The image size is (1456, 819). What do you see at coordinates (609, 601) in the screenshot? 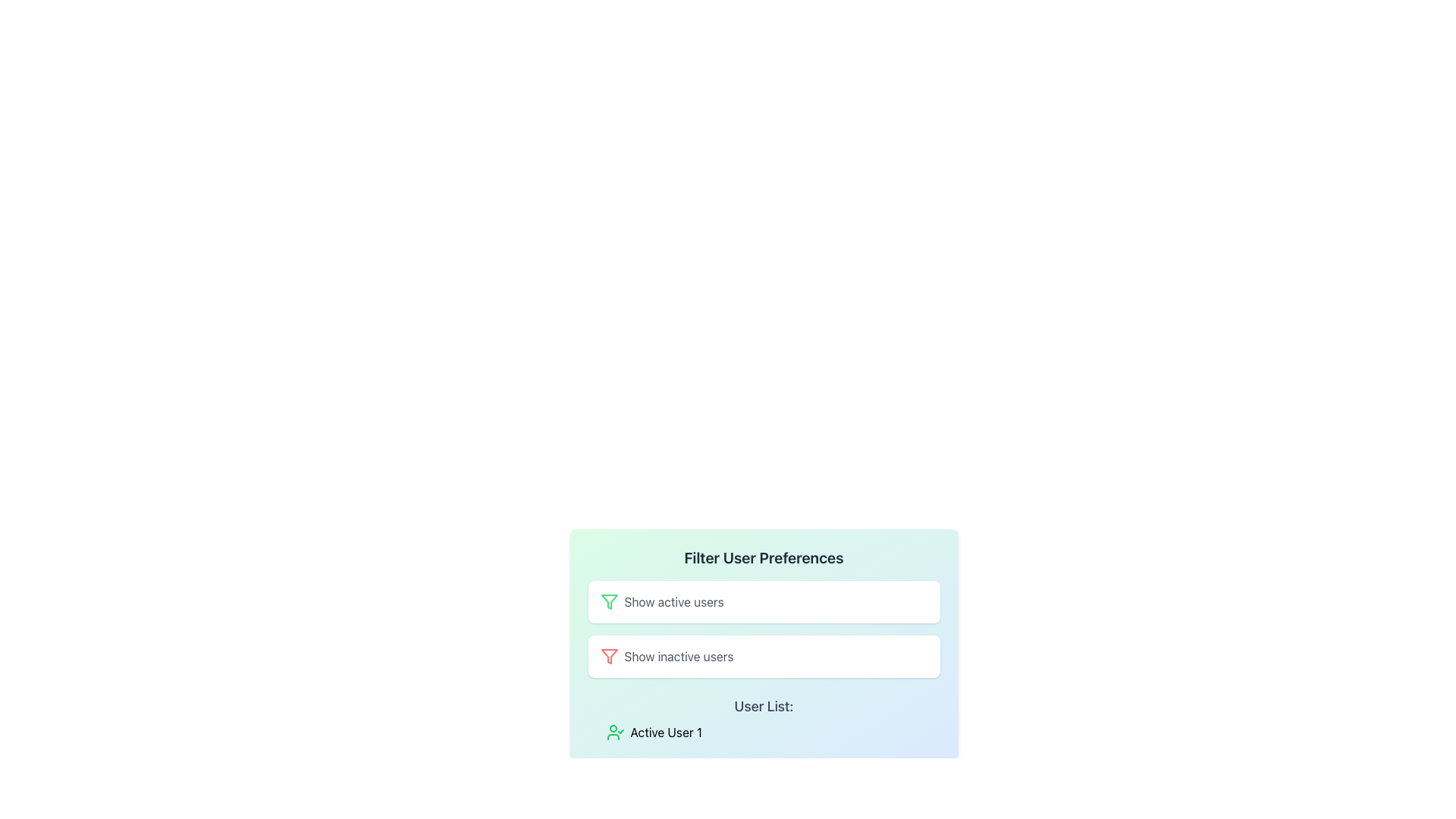
I see `the green filter icon with a funnel design, located to the left of the 'Show active users' text` at bounding box center [609, 601].